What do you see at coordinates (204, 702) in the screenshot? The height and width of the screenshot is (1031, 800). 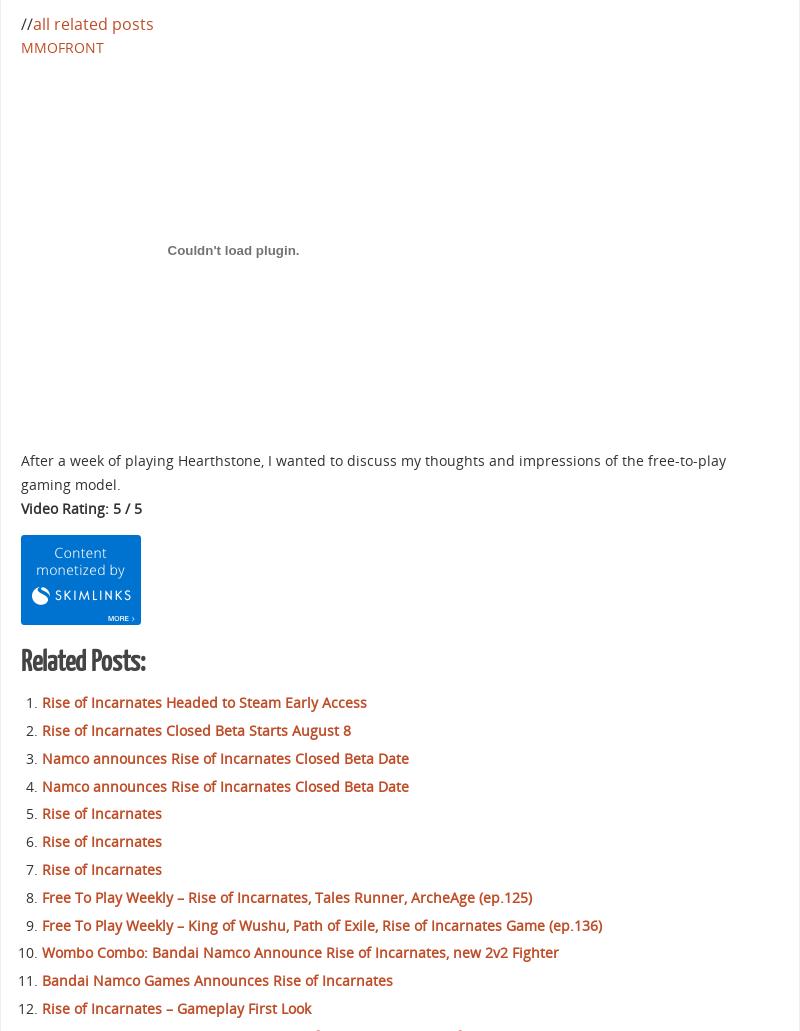 I see `'Rise of Incarnates Headed to Steam Early Access'` at bounding box center [204, 702].